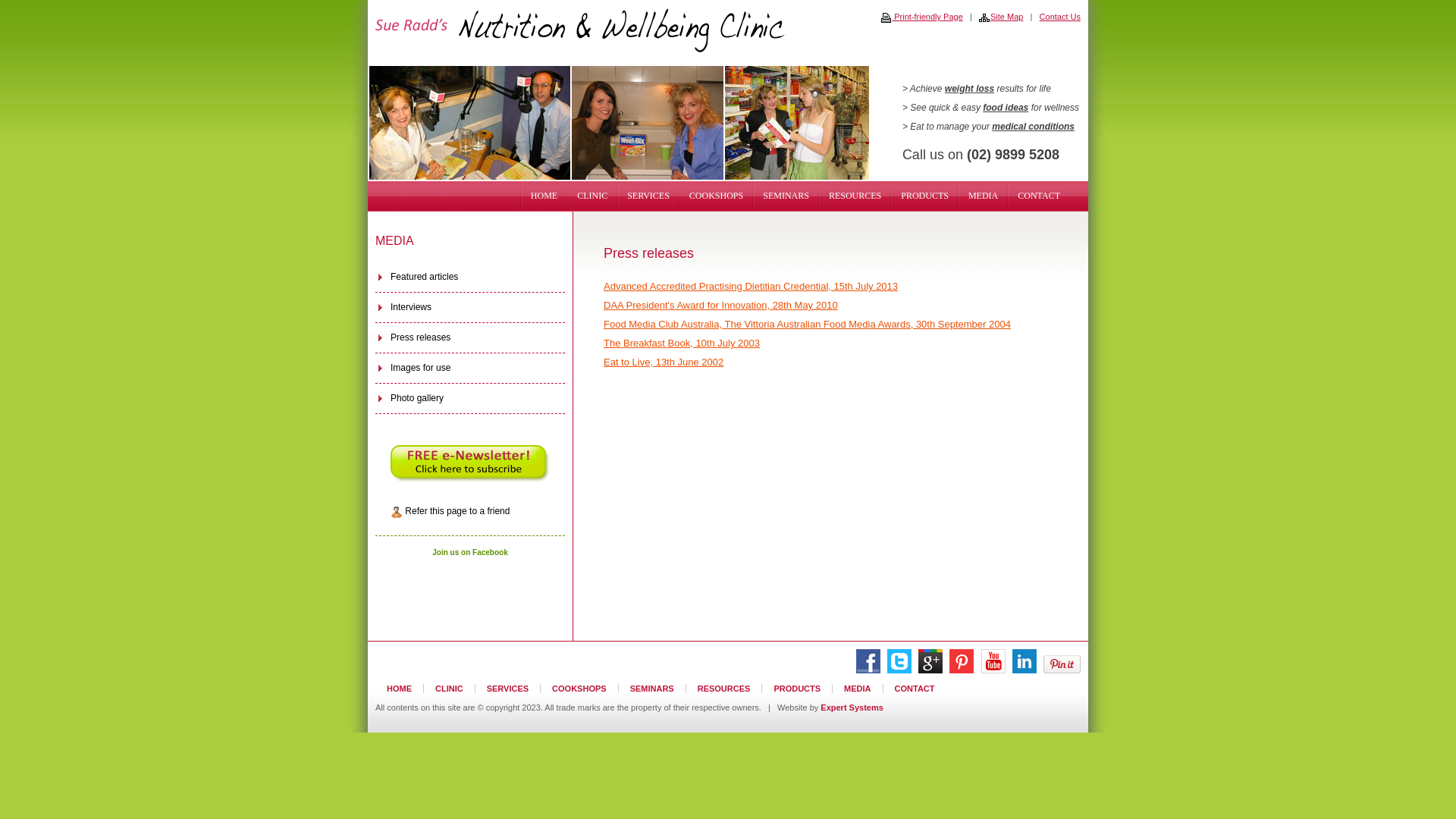 The width and height of the screenshot is (1456, 819). Describe the element at coordinates (469, 278) in the screenshot. I see `'Featured articles'` at that location.